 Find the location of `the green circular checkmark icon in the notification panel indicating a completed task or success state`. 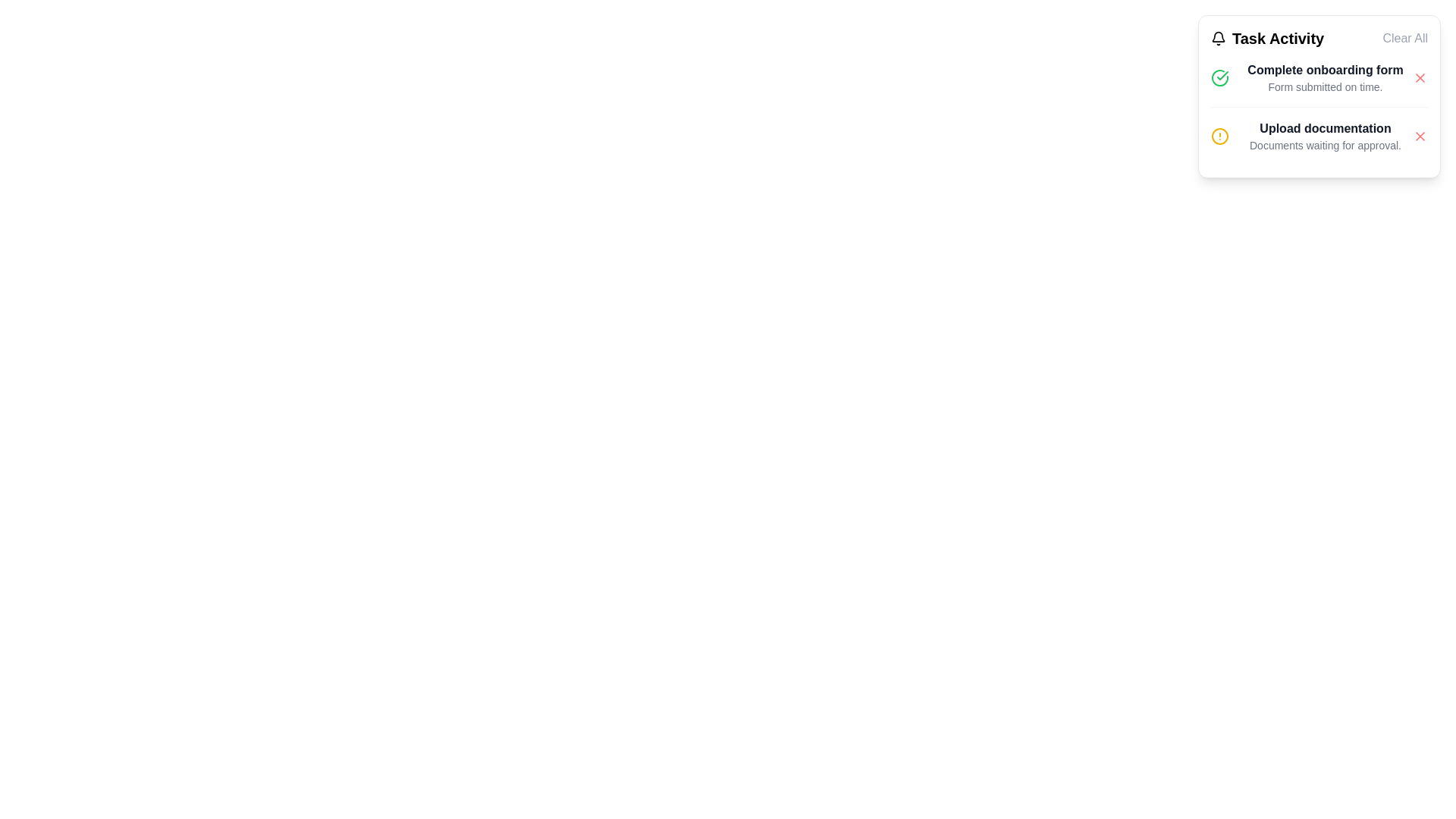

the green circular checkmark icon in the notification panel indicating a completed task or success state is located at coordinates (1219, 78).